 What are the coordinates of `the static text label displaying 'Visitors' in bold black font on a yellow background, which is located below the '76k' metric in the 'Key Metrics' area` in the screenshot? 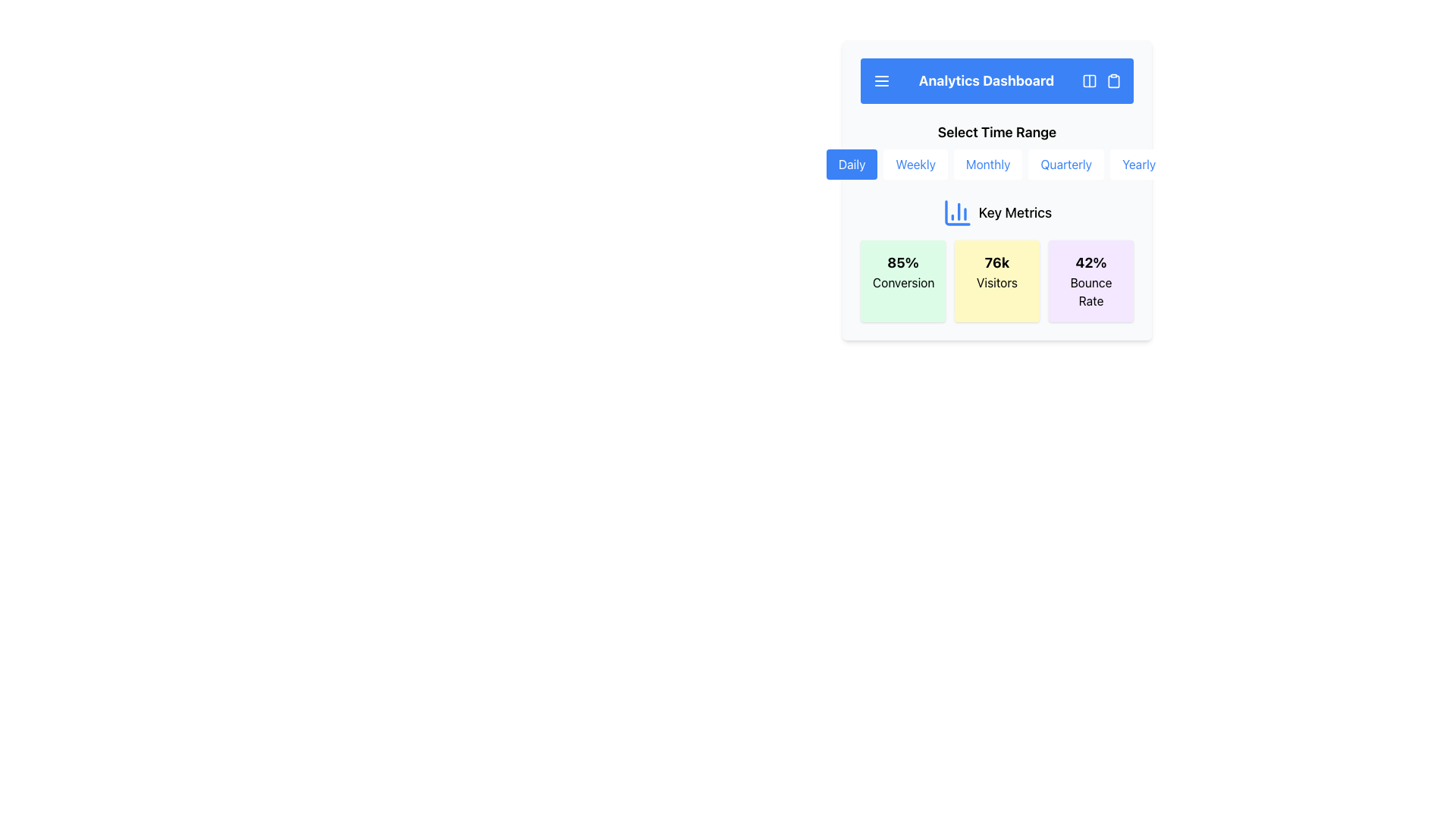 It's located at (997, 283).